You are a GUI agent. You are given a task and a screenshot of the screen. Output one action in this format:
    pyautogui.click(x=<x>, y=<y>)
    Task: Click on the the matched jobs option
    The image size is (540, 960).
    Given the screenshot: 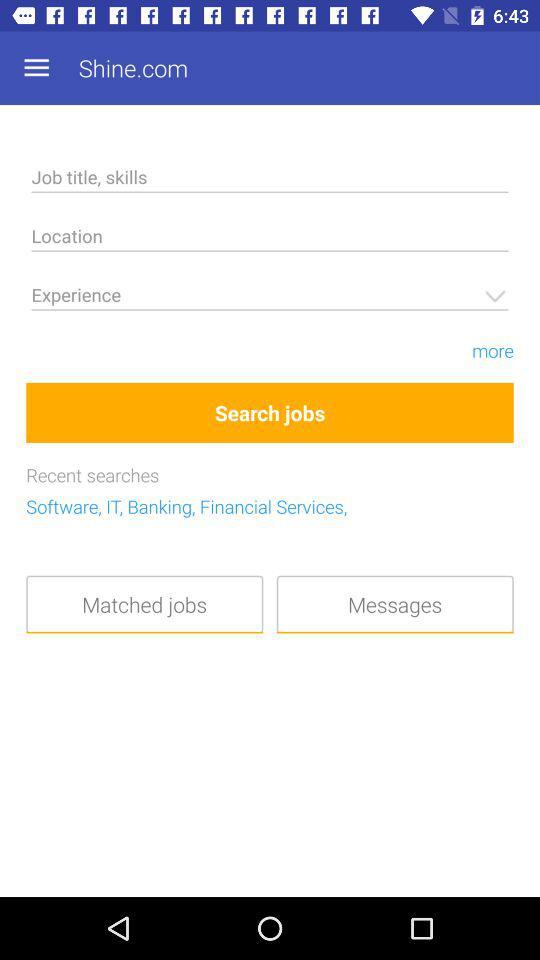 What is the action you would take?
    pyautogui.click(x=143, y=603)
    